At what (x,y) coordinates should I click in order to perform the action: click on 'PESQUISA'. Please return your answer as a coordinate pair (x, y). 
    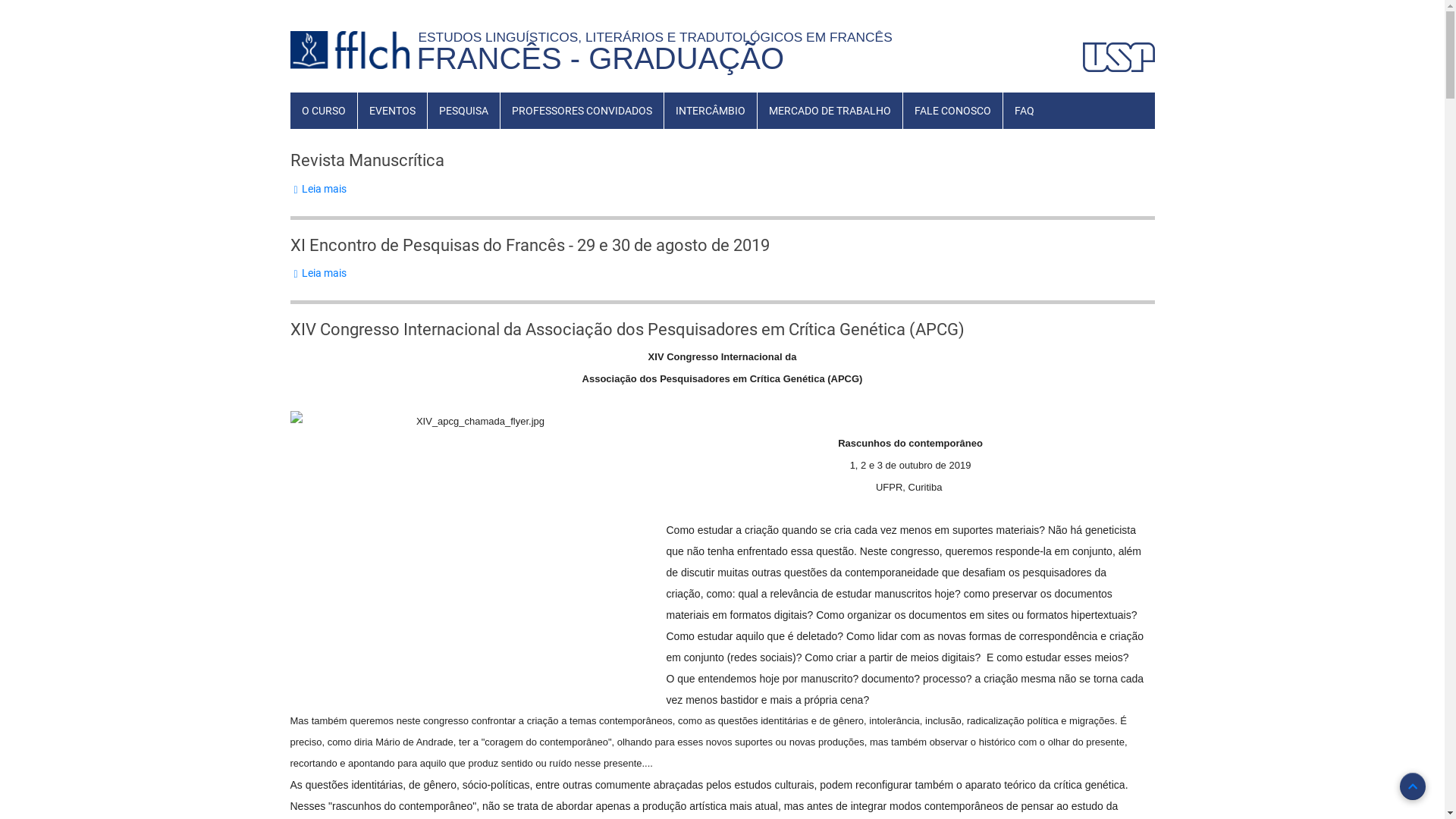
    Looking at the image, I should click on (463, 110).